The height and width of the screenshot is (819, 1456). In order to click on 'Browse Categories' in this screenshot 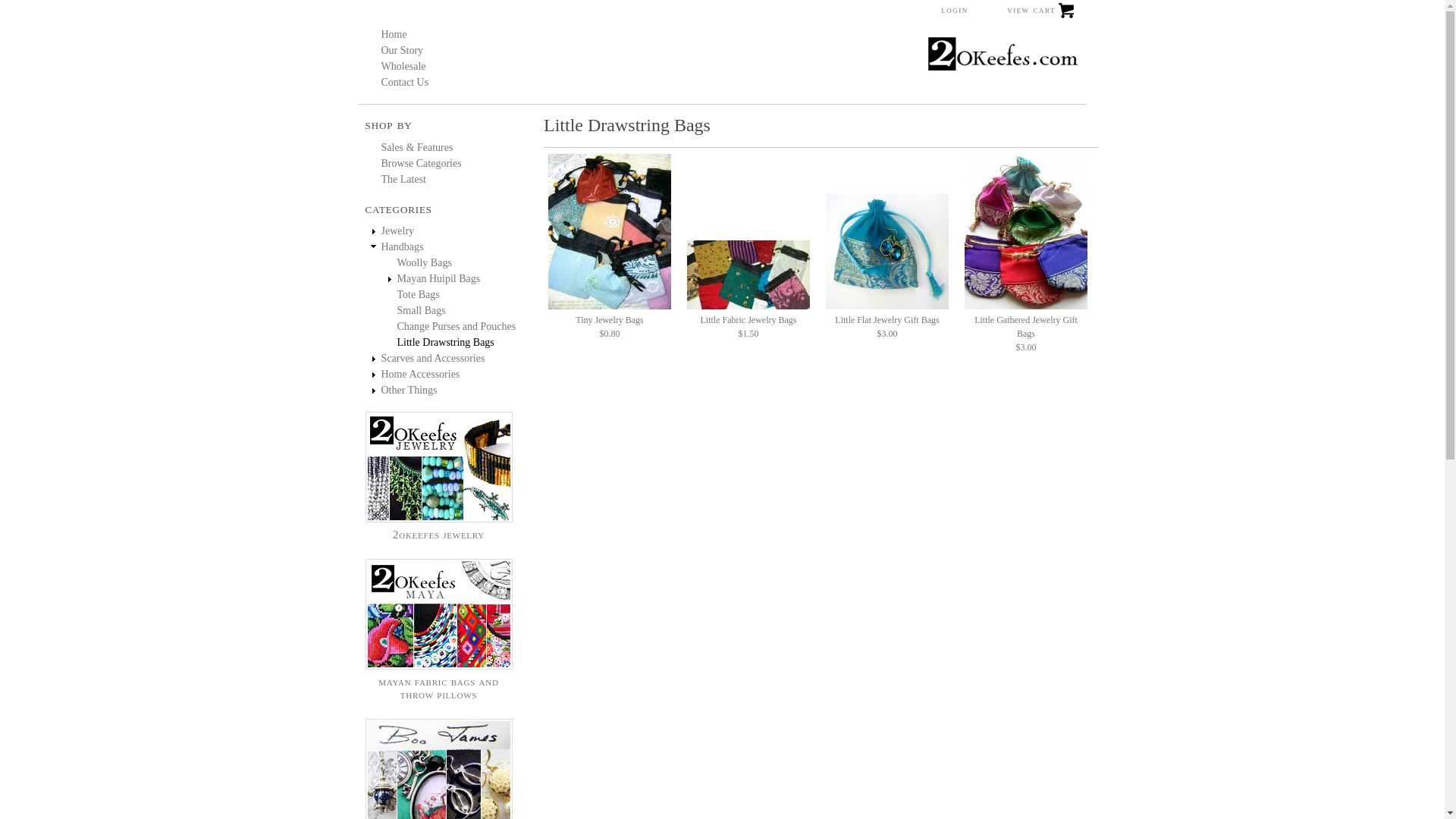, I will do `click(421, 163)`.